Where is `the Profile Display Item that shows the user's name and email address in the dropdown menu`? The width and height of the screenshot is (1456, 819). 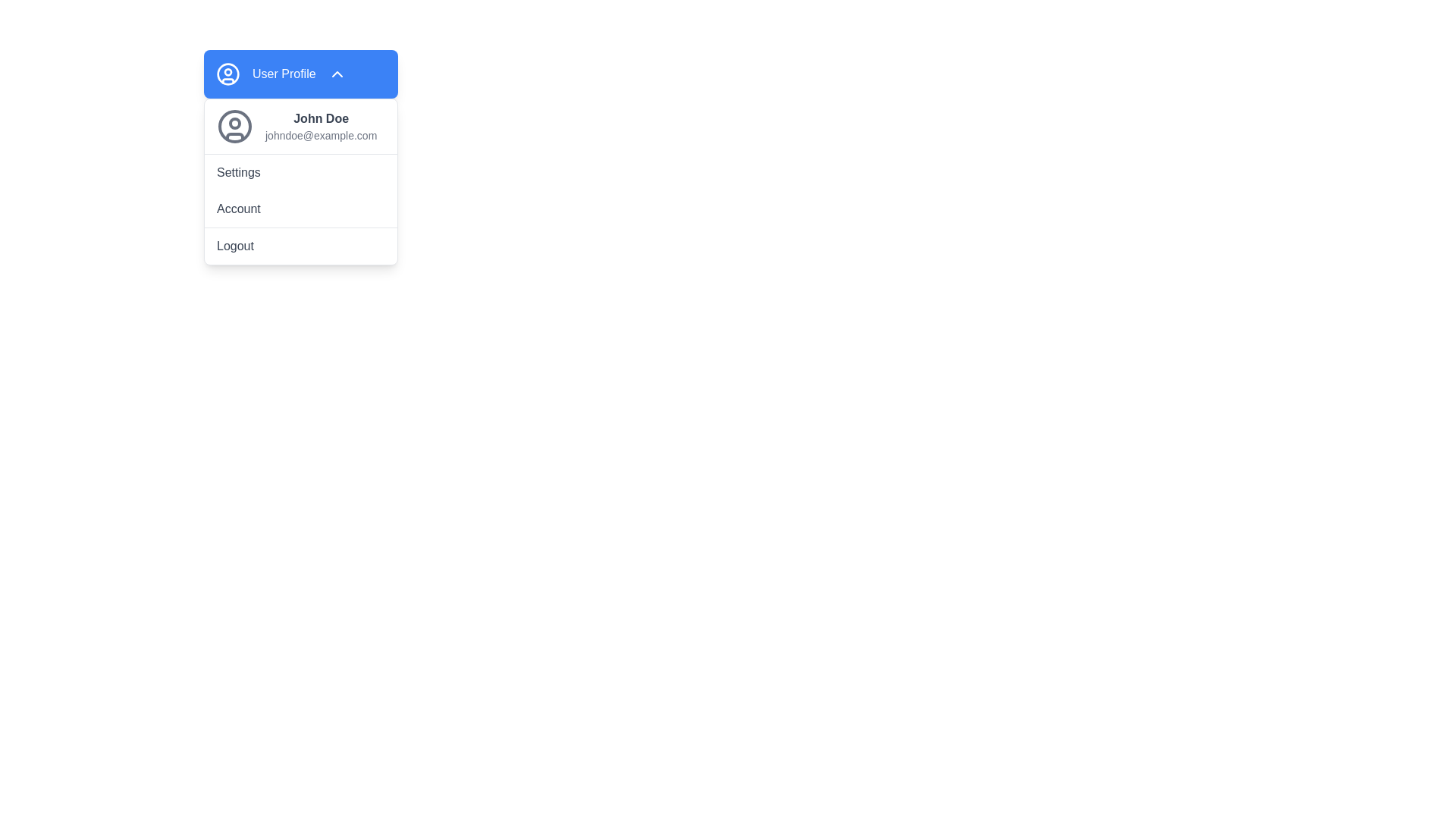
the Profile Display Item that shows the user's name and email address in the dropdown menu is located at coordinates (301, 125).